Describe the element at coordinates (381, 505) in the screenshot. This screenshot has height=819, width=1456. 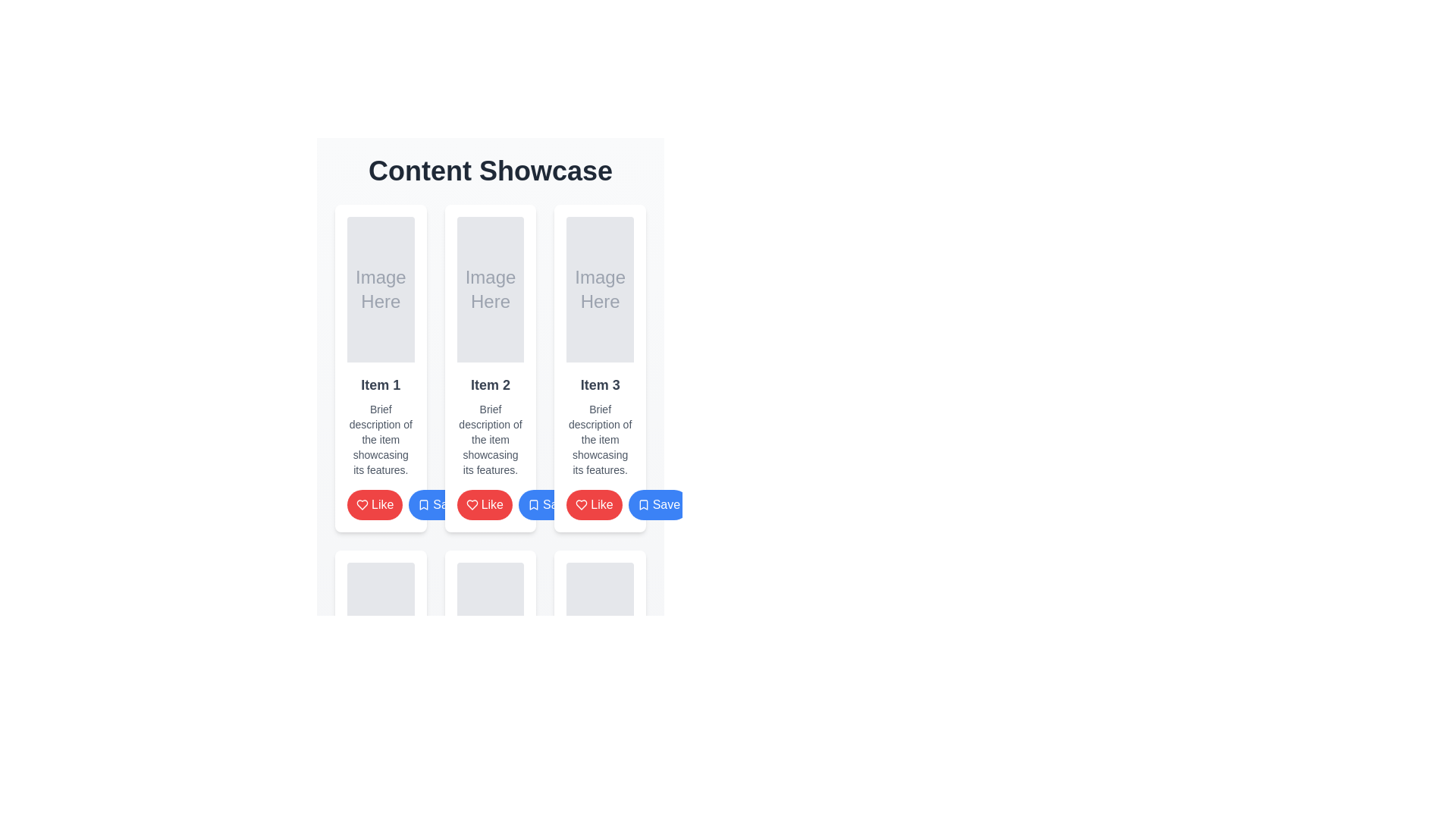
I see `the red rounded button labeled 'Like' with a white text and a heart icon to register a like` at that location.